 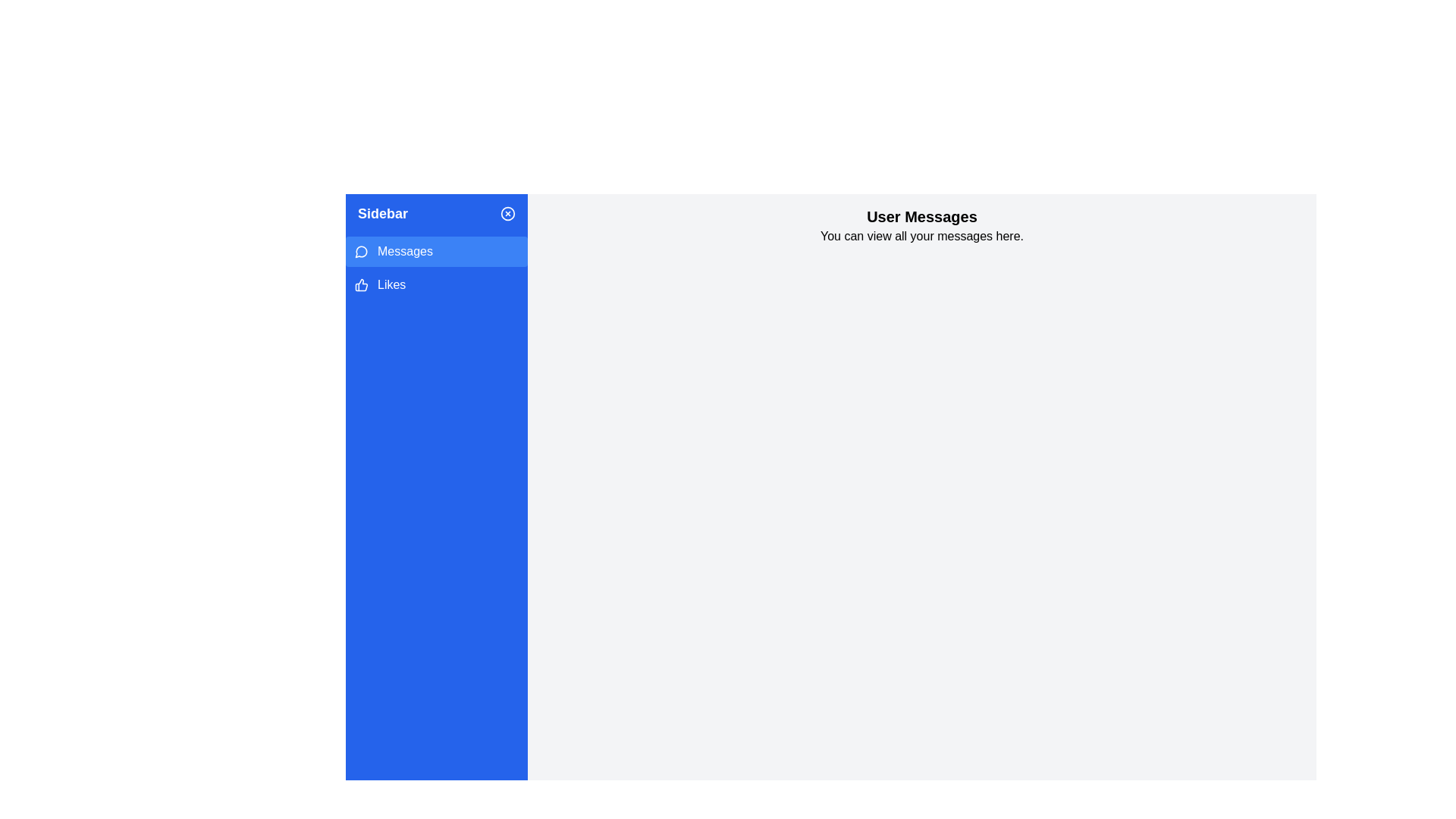 I want to click on the 'Likes' button located in the left sidebar, which is the second item below 'Messages', so click(x=436, y=284).